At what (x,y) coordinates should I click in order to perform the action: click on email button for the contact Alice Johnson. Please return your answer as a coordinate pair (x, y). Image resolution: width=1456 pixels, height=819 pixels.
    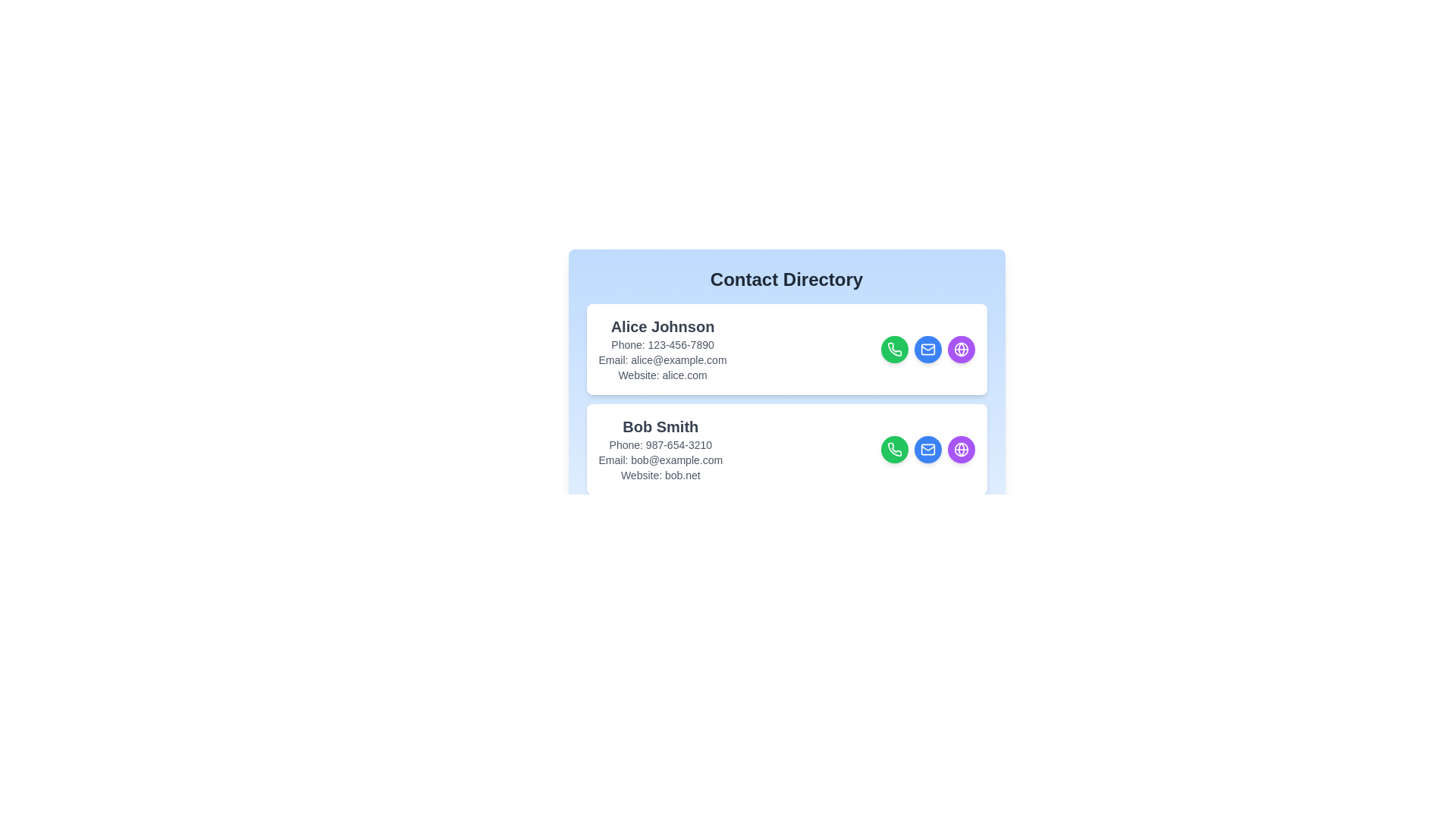
    Looking at the image, I should click on (927, 350).